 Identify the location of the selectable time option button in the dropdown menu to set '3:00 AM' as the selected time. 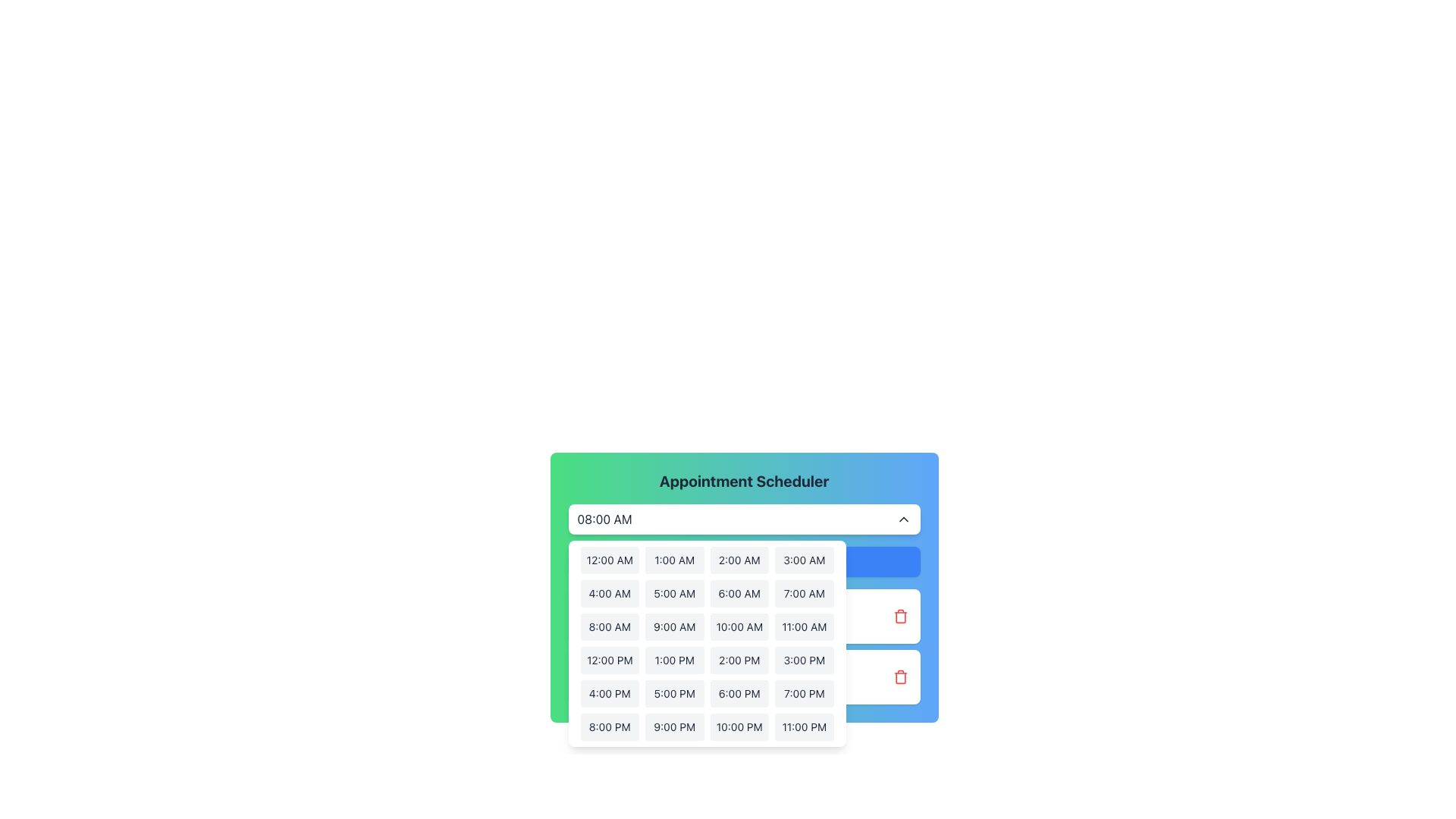
(803, 560).